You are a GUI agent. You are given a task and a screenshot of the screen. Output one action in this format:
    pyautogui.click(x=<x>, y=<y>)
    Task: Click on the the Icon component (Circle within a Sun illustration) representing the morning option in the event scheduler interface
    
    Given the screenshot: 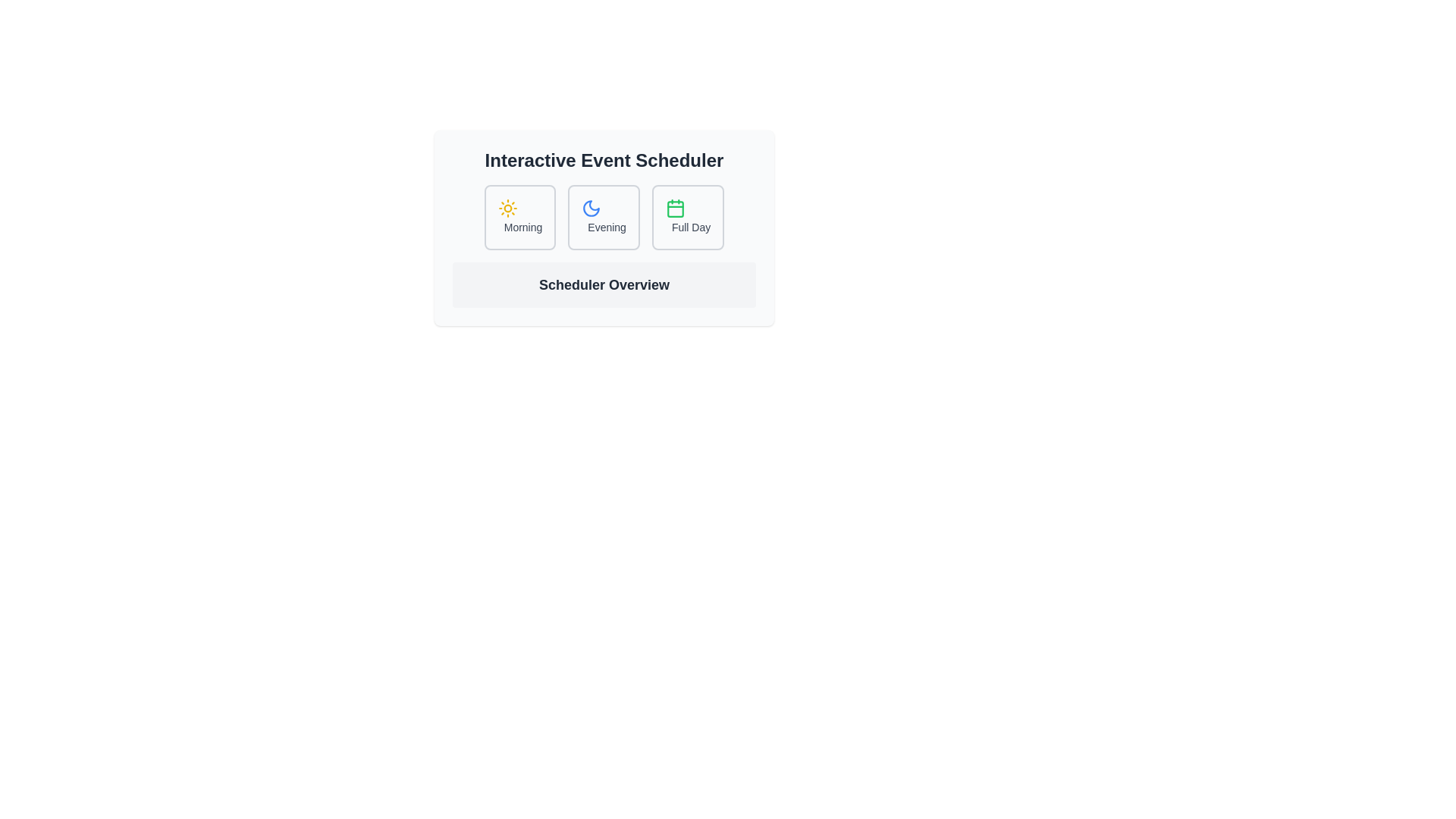 What is the action you would take?
    pyautogui.click(x=507, y=208)
    